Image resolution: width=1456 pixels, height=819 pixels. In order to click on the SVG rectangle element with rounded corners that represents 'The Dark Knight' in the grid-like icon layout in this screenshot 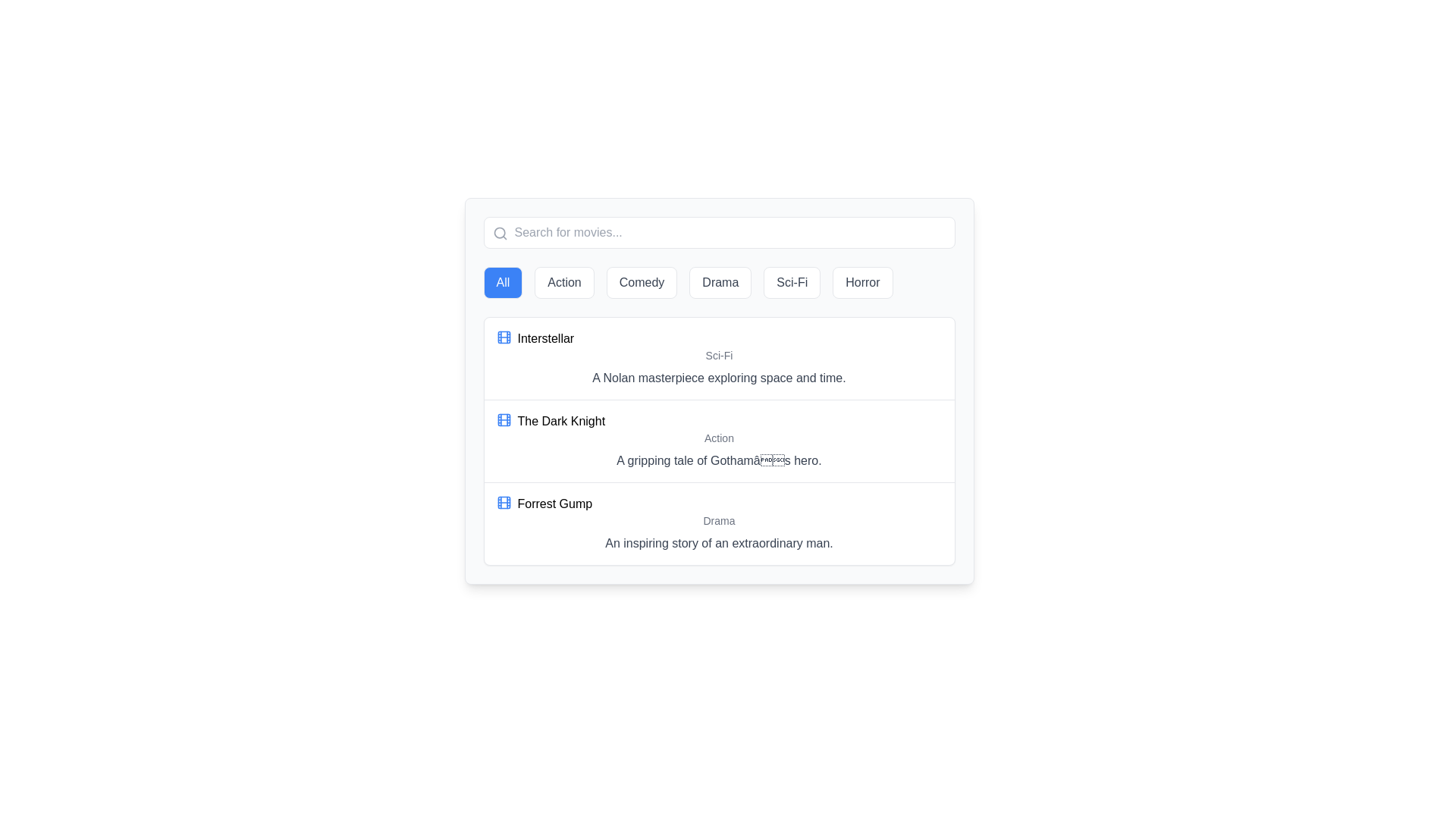, I will do `click(504, 503)`.